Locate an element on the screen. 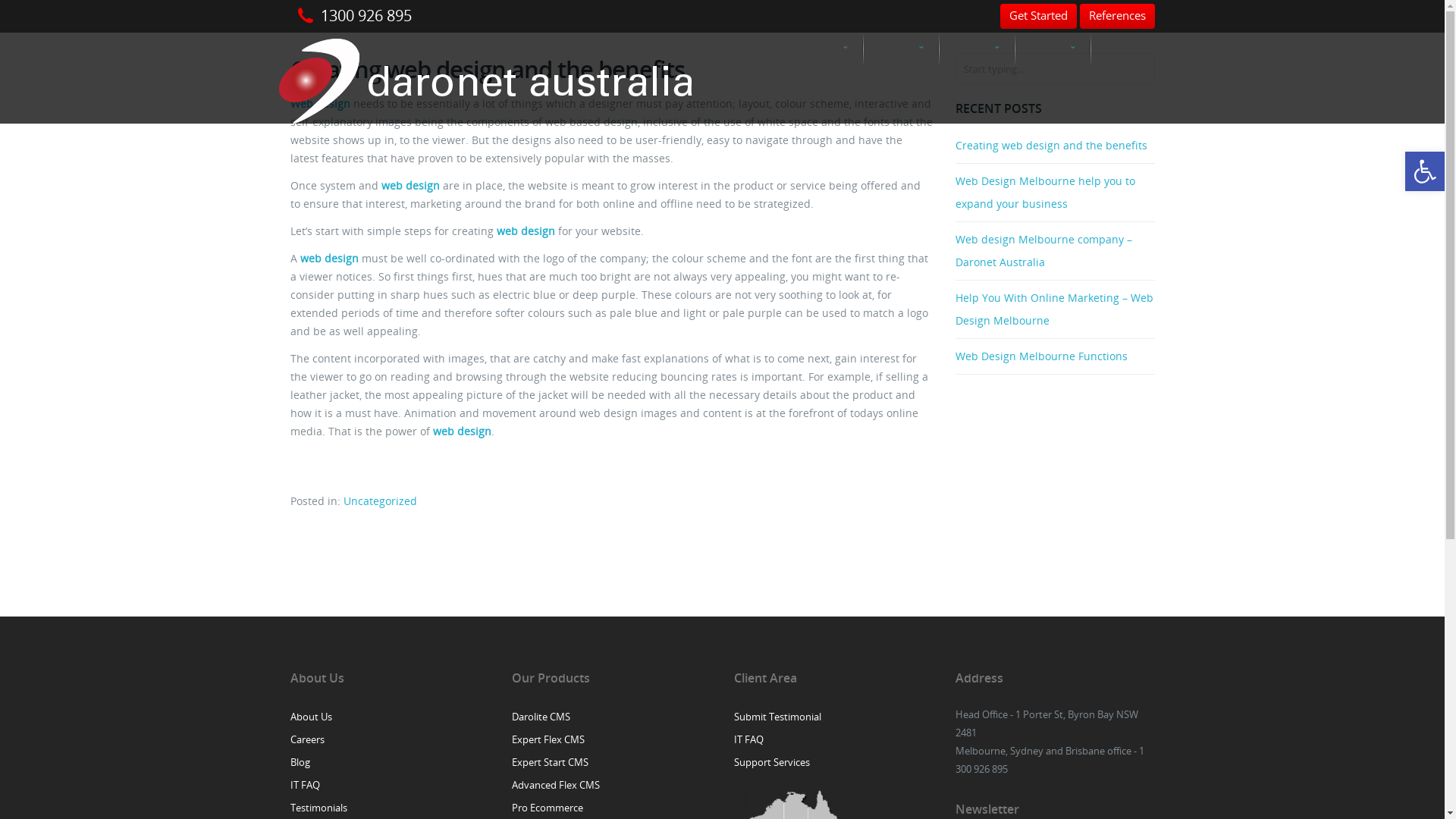 Image resolution: width=1456 pixels, height=819 pixels. 'Web Design Melbourne help you to expand your business' is located at coordinates (1054, 192).